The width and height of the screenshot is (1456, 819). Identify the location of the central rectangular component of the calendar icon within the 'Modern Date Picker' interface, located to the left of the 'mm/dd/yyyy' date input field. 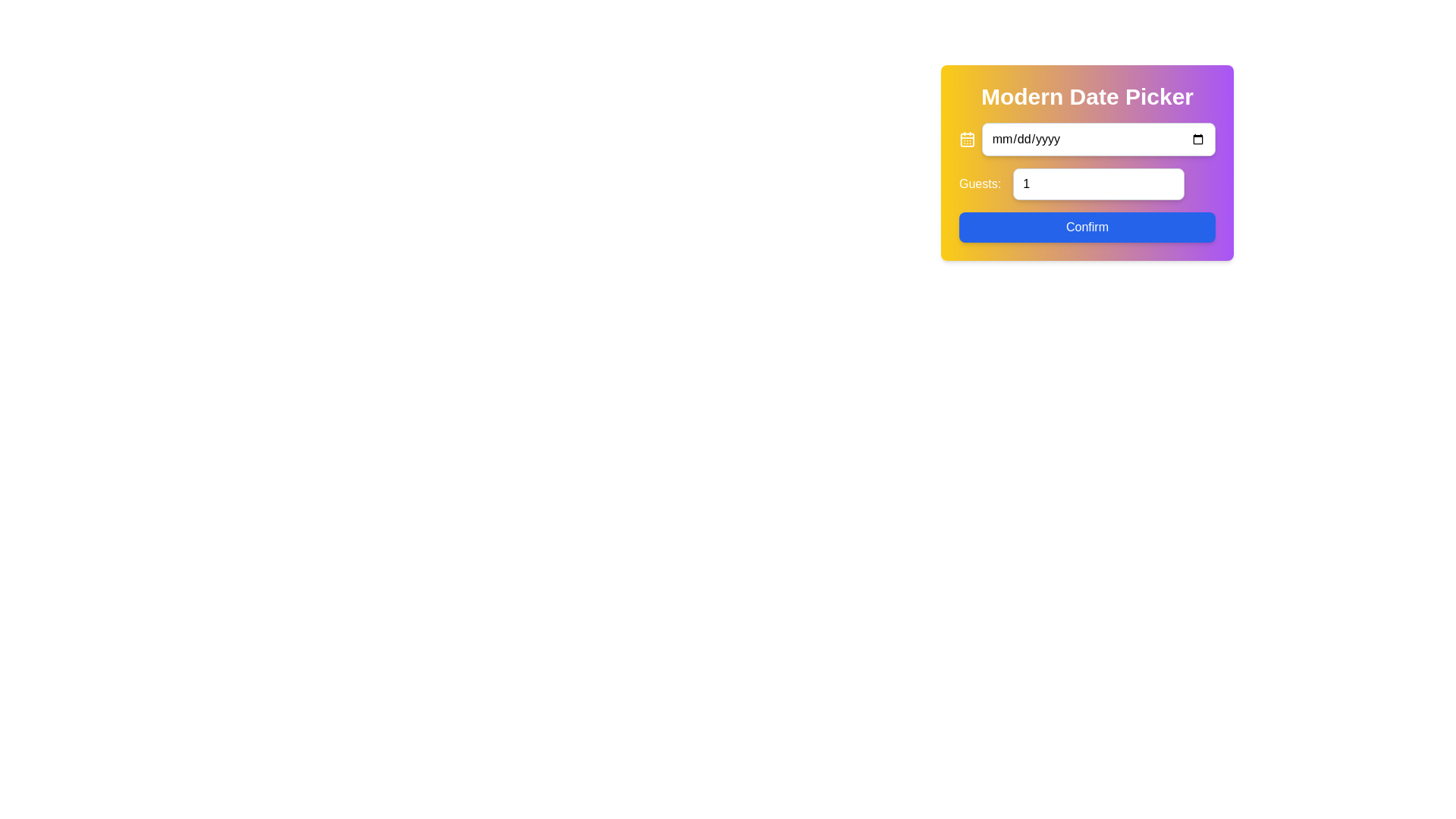
(966, 140).